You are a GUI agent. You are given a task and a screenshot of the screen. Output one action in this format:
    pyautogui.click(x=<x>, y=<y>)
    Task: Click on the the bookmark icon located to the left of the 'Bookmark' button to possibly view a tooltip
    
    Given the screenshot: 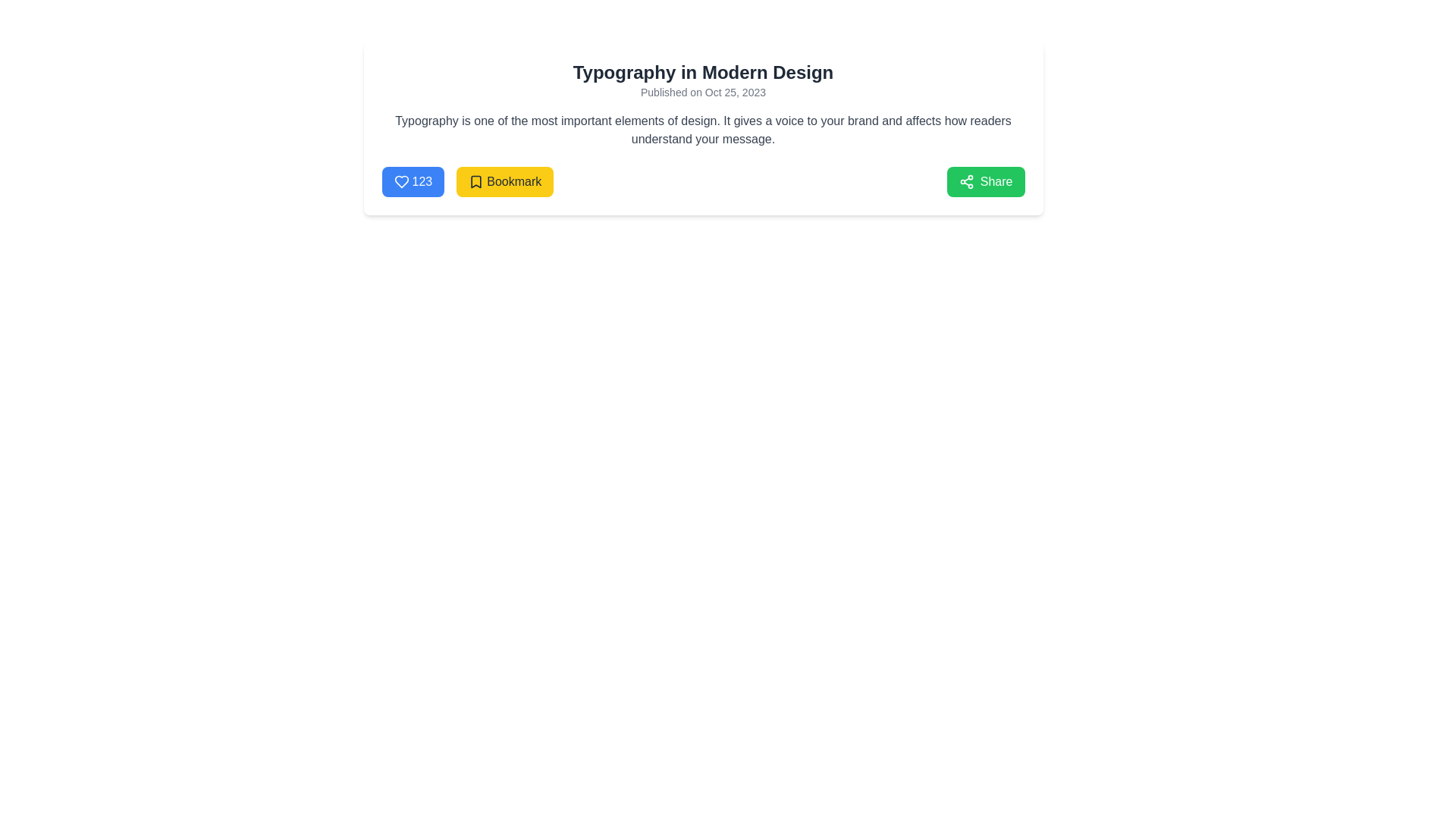 What is the action you would take?
    pyautogui.click(x=475, y=180)
    